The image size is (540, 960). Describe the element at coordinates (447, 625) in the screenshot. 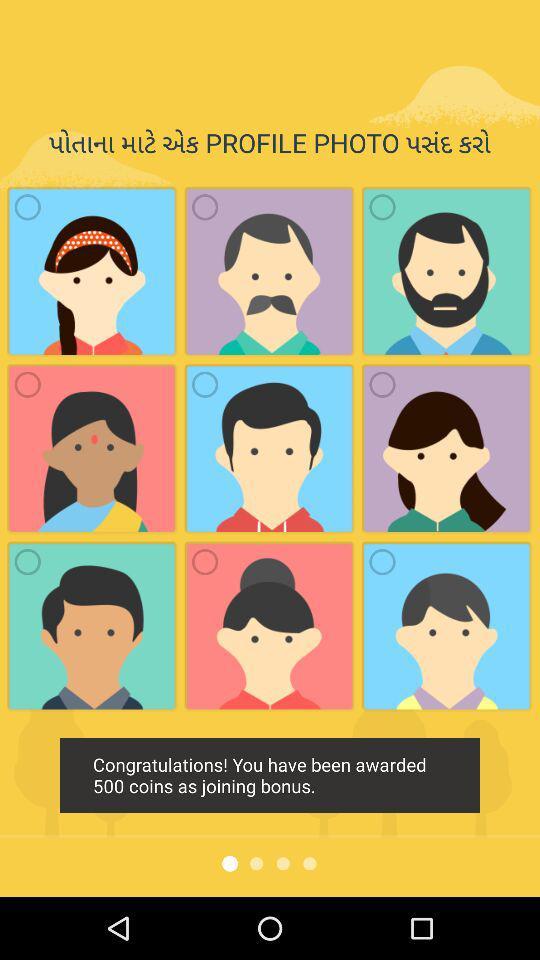

I see `the image in the 3rd row 3rd image at right corner` at that location.